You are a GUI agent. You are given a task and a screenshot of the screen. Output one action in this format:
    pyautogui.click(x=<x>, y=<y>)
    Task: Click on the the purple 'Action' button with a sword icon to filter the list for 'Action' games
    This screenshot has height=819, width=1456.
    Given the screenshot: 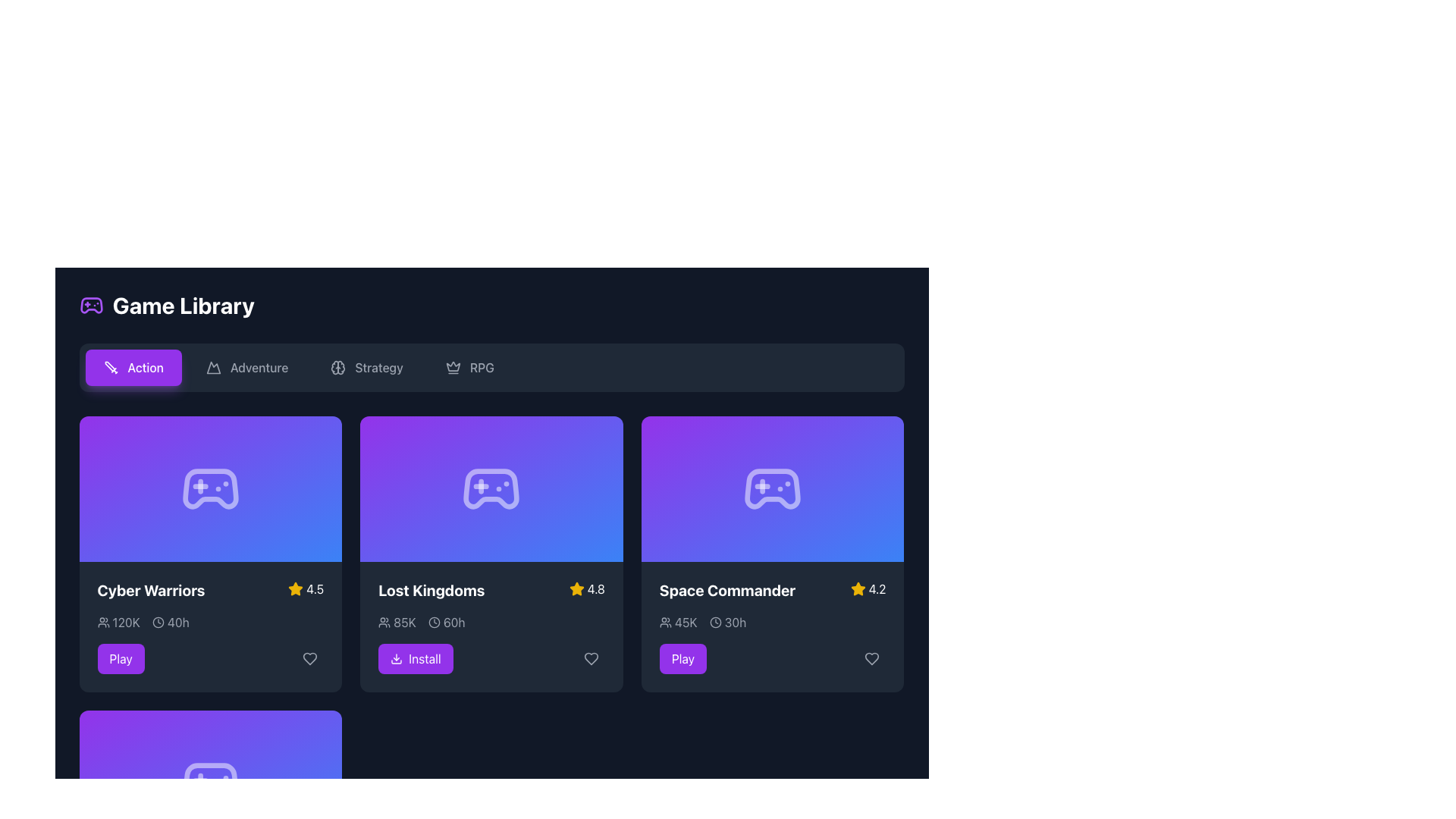 What is the action you would take?
    pyautogui.click(x=133, y=368)
    